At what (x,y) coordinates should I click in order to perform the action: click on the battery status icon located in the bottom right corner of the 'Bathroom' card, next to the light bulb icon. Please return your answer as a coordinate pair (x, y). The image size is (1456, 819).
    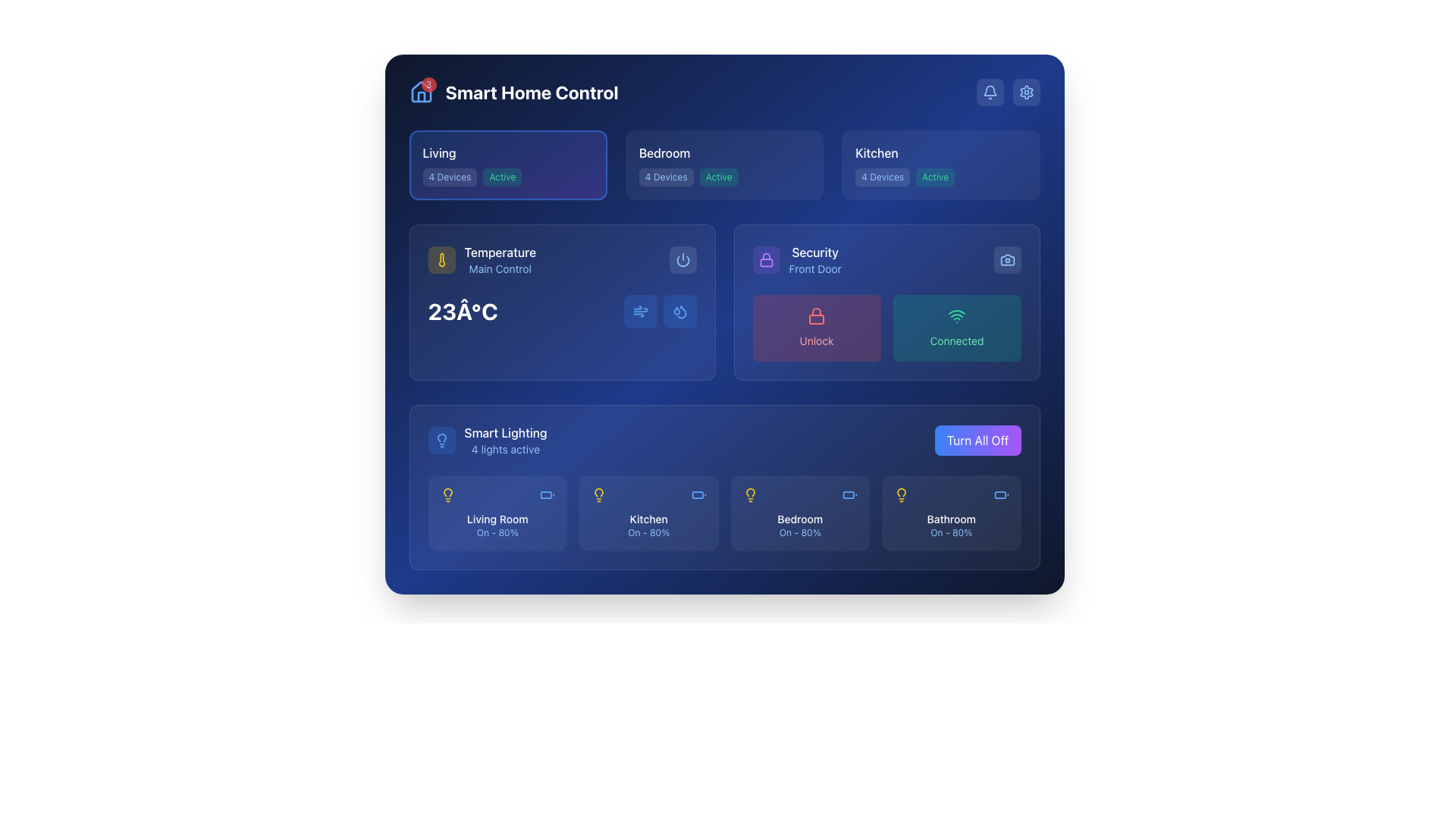
    Looking at the image, I should click on (1001, 494).